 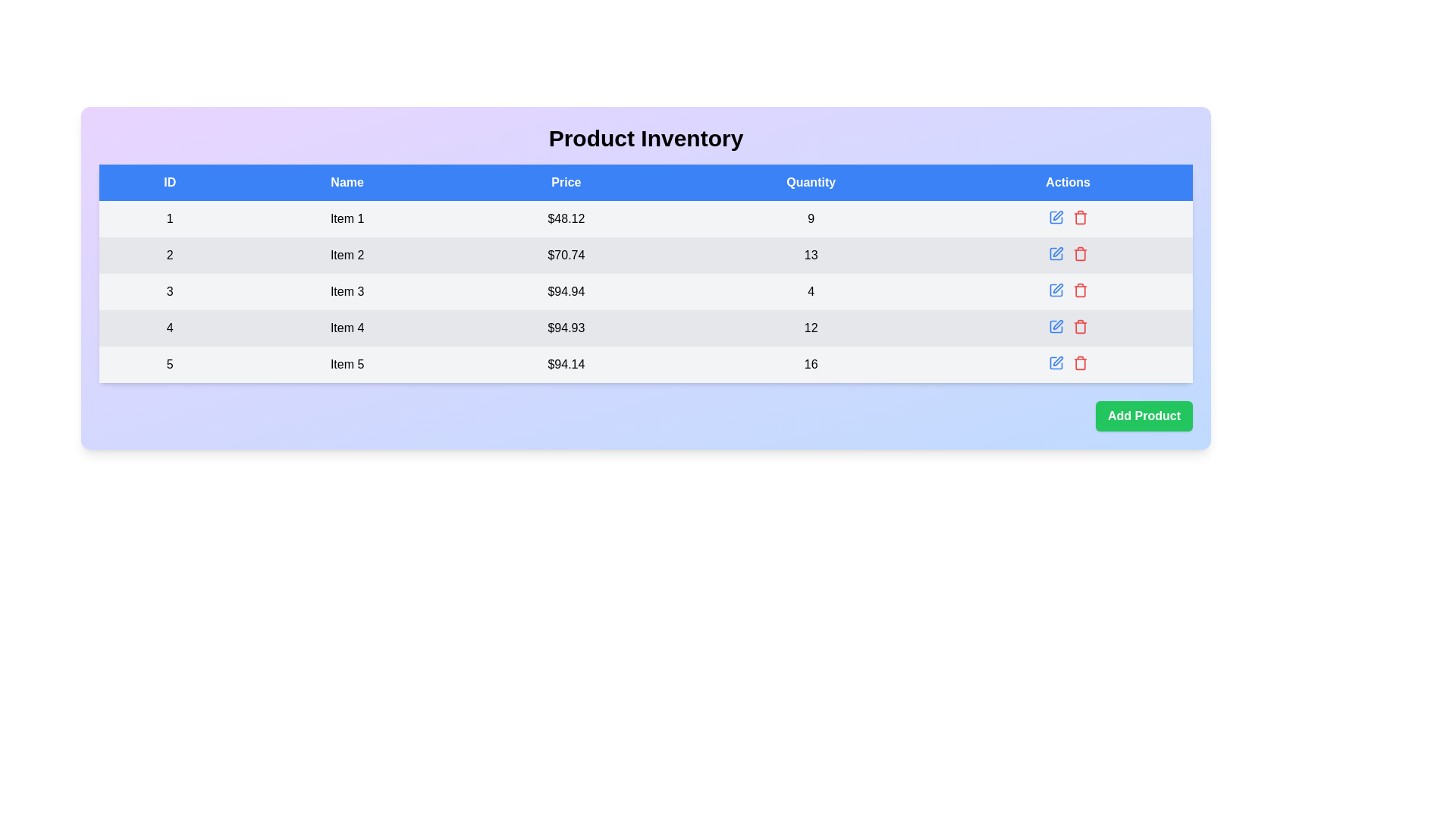 What do you see at coordinates (810, 219) in the screenshot?
I see `the '9' text label in the 'Quantity' column of the first row in the product inventory table` at bounding box center [810, 219].